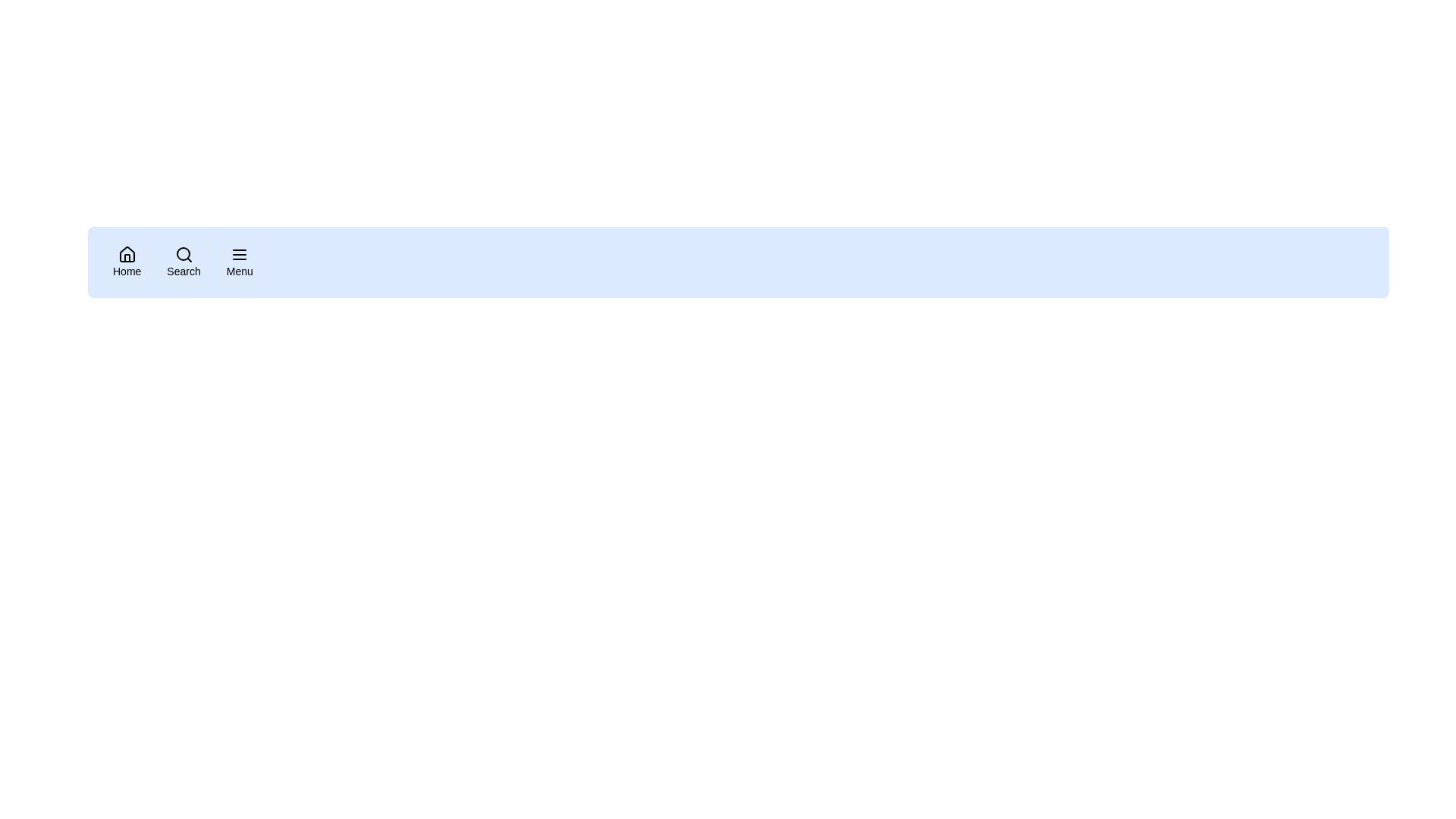 This screenshot has height=819, width=1456. I want to click on the text label that serves as a description for the menu button, located below the corresponding icon in the navigation bar, so click(239, 271).